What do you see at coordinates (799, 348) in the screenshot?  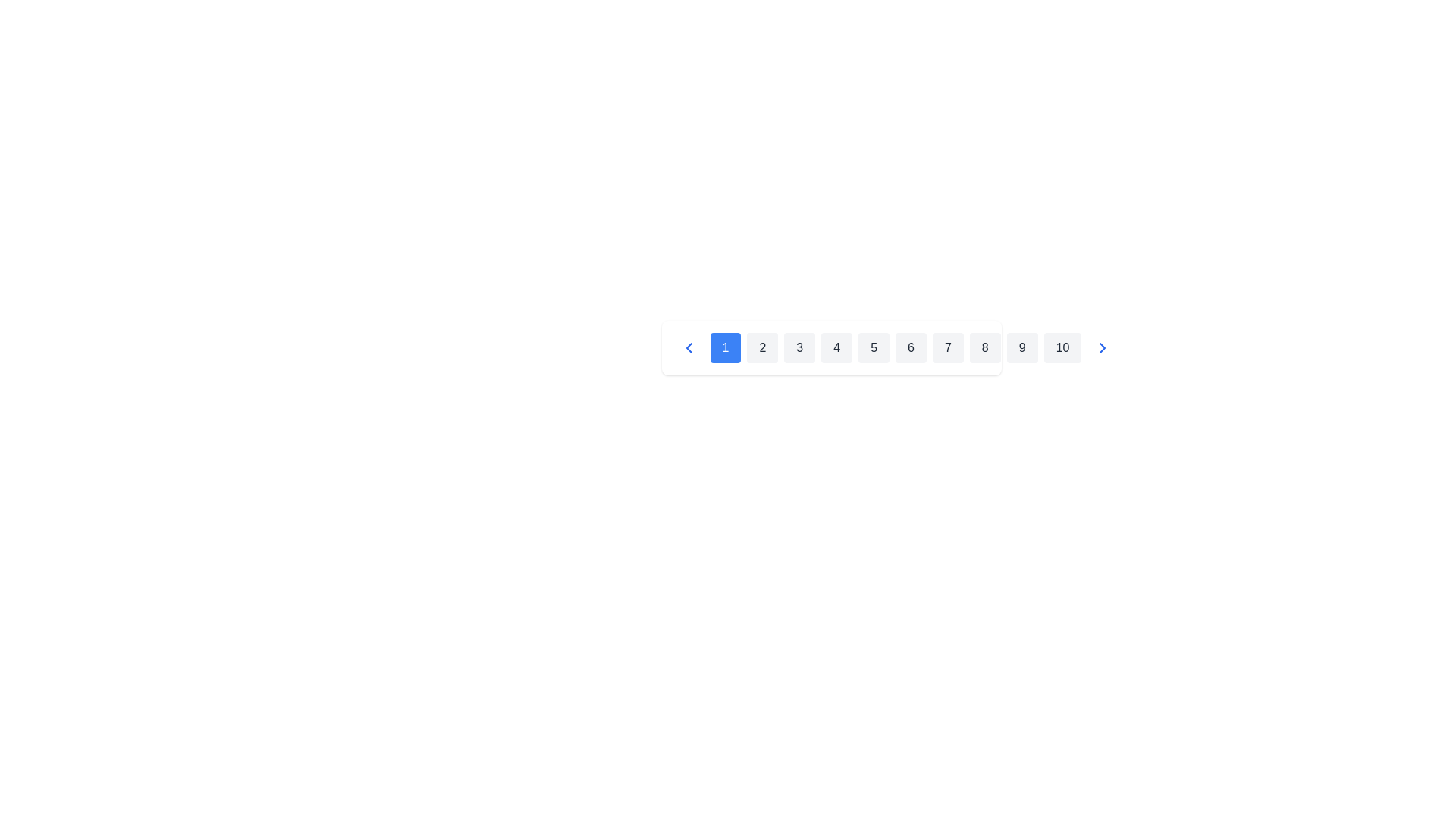 I see `the third button in the pagination bar to trigger a color change` at bounding box center [799, 348].